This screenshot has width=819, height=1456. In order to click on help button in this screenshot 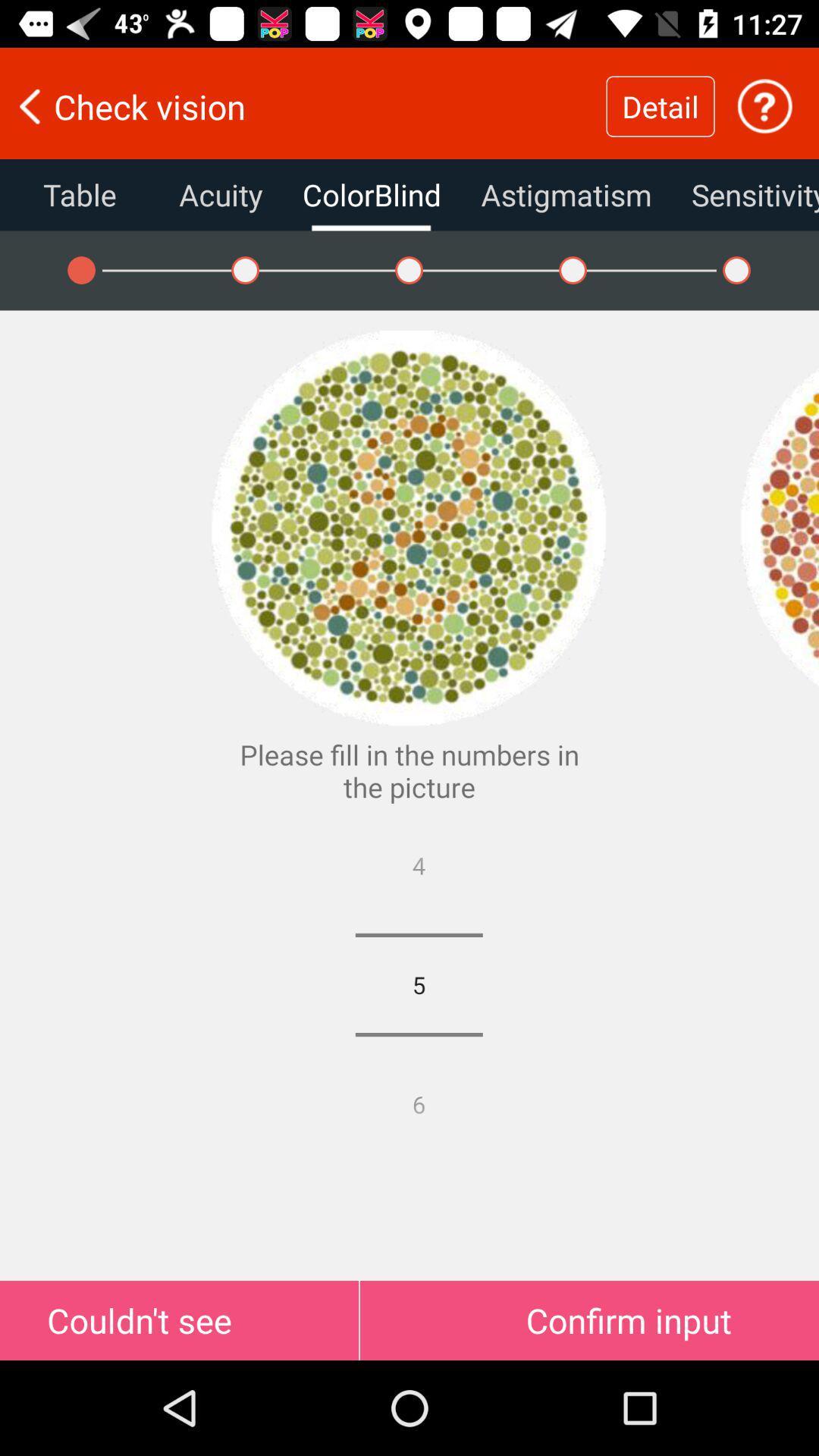, I will do `click(764, 105)`.